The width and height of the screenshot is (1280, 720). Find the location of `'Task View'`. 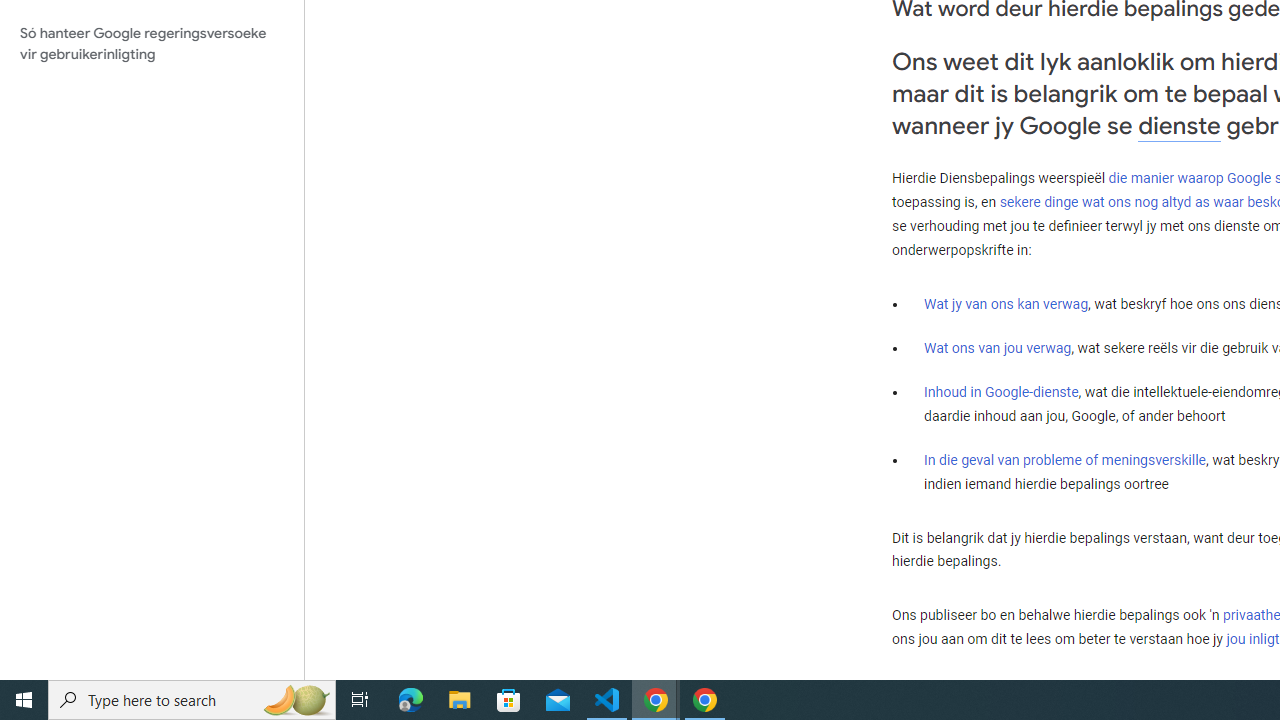

'Task View' is located at coordinates (359, 698).